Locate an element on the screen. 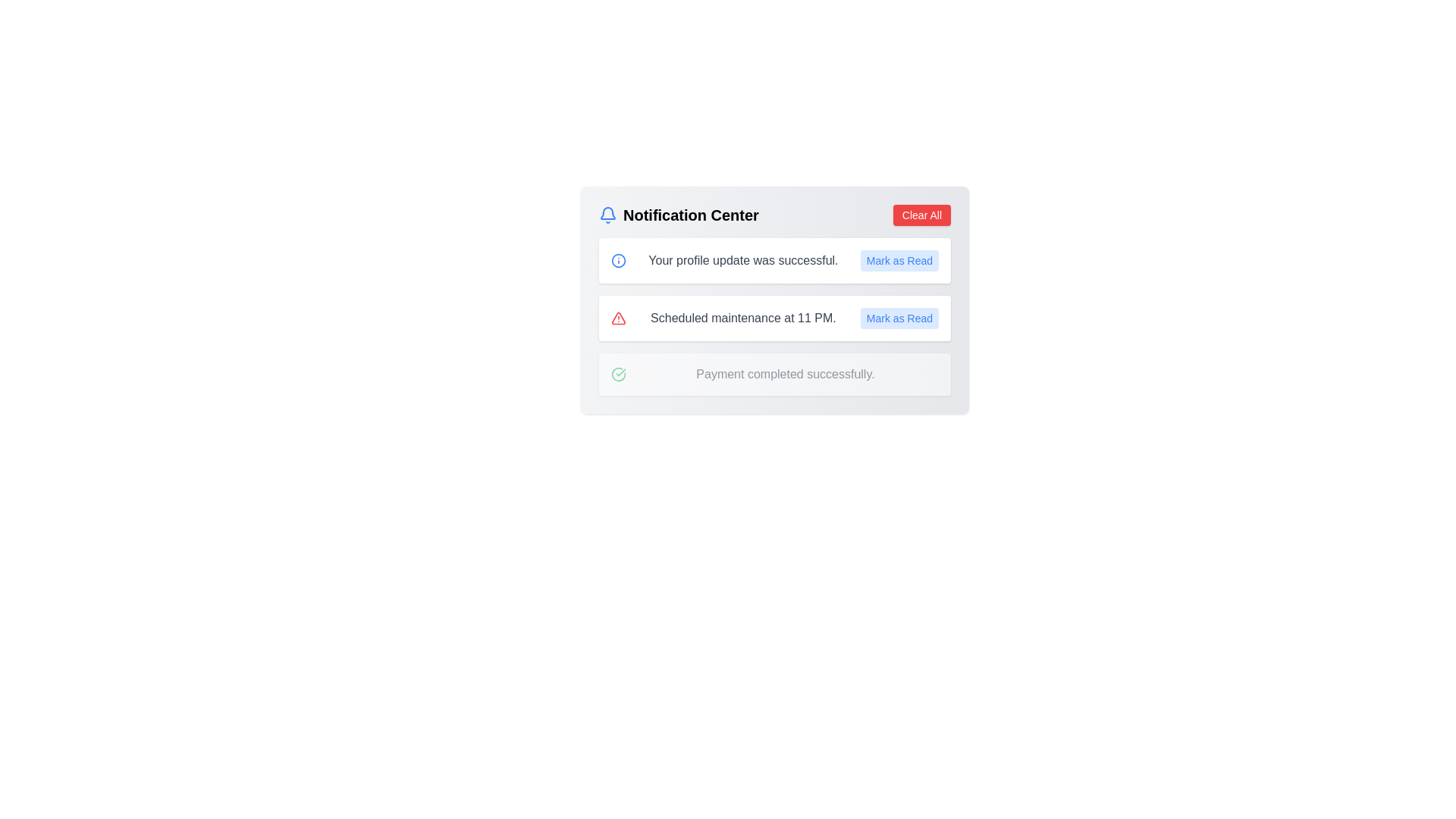  the static text label displaying 'Payment completed successfully.' located in the notification panel, positioned to the right of a green checkmark icon is located at coordinates (786, 374).